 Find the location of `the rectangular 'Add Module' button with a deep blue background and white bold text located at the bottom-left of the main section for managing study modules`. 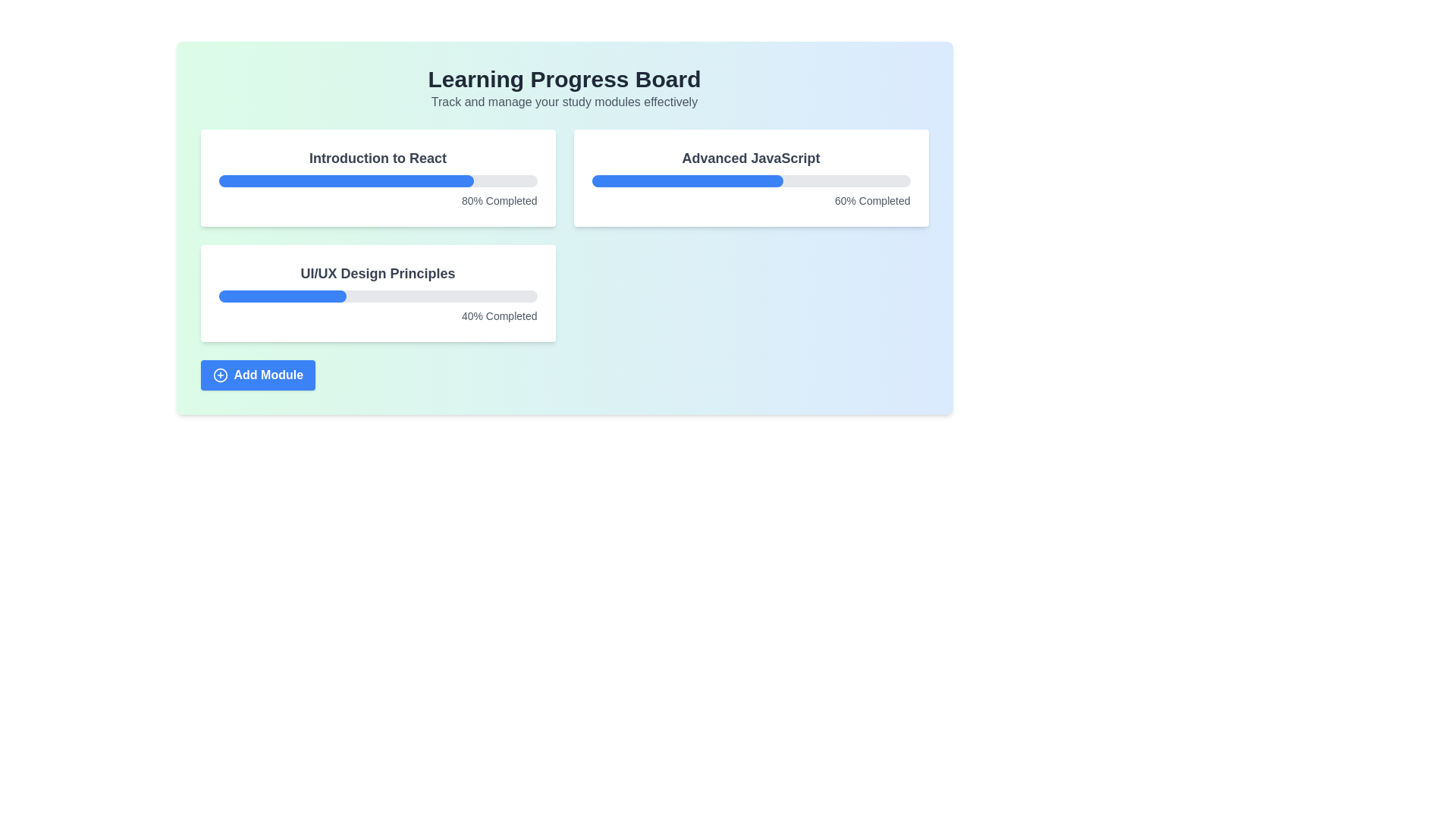

the rectangular 'Add Module' button with a deep blue background and white bold text located at the bottom-left of the main section for managing study modules is located at coordinates (258, 375).